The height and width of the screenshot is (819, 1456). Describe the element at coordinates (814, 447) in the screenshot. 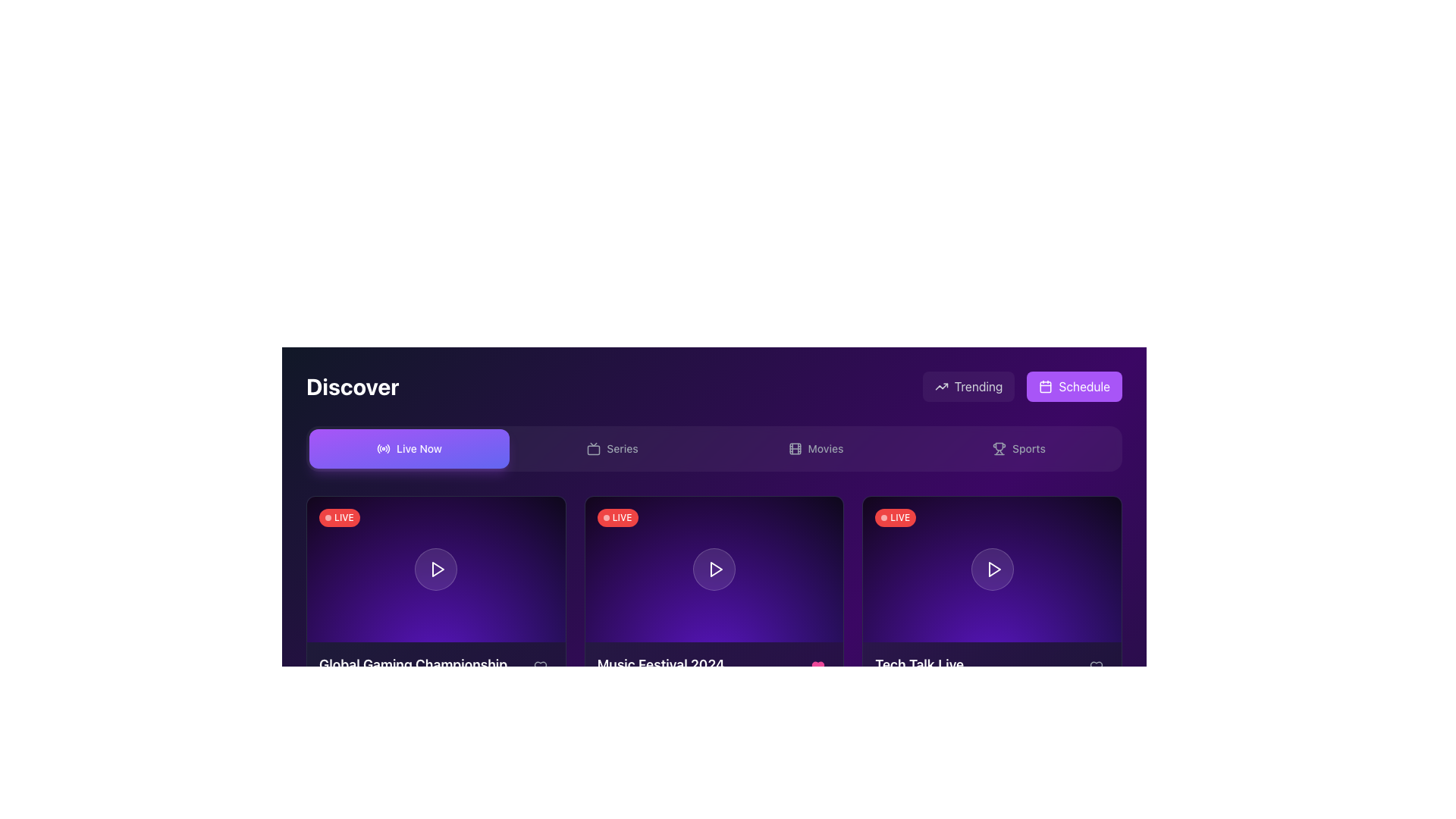

I see `the 'Movies' tab in the navigation bar` at that location.